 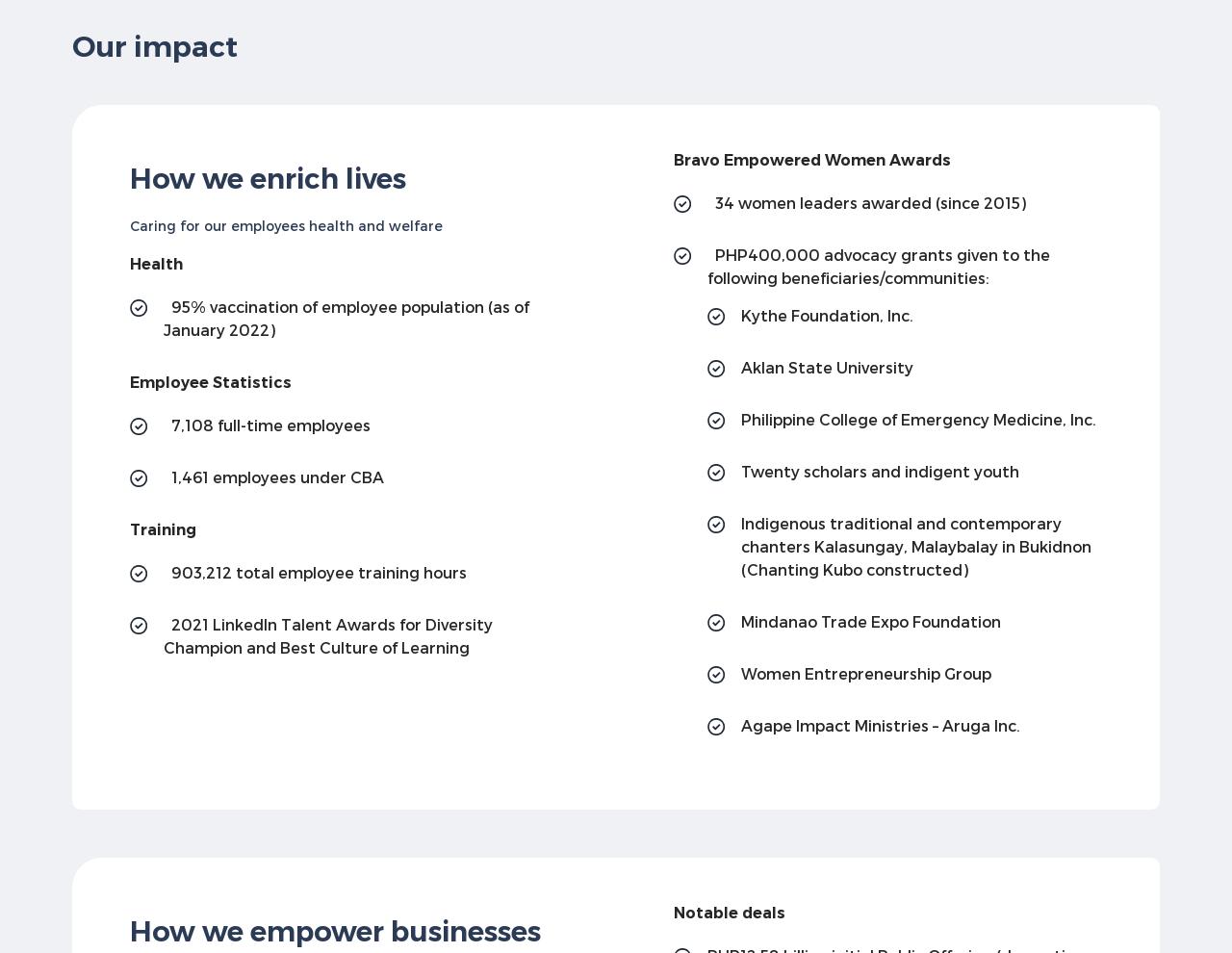 I want to click on '7,108 full-time employees', so click(x=269, y=423).